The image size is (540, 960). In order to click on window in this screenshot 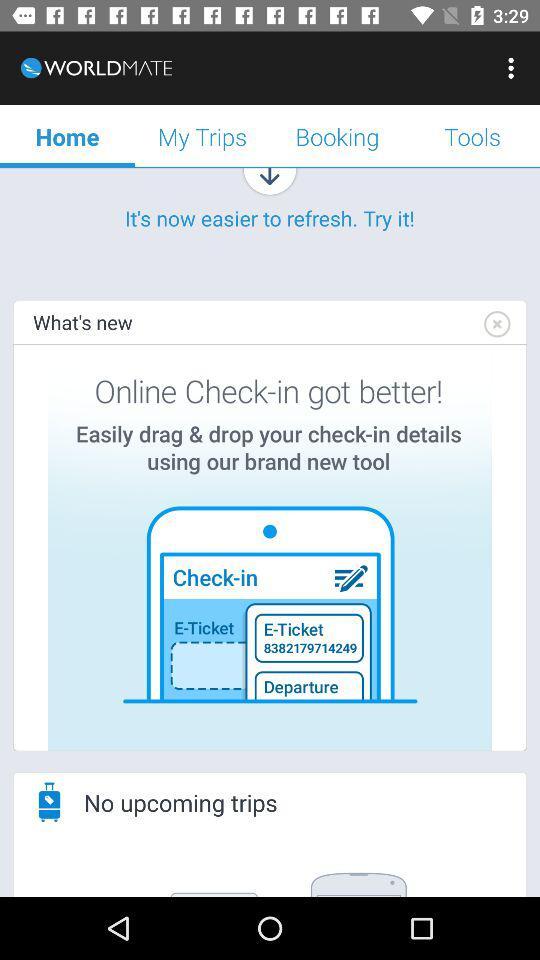, I will do `click(495, 324)`.